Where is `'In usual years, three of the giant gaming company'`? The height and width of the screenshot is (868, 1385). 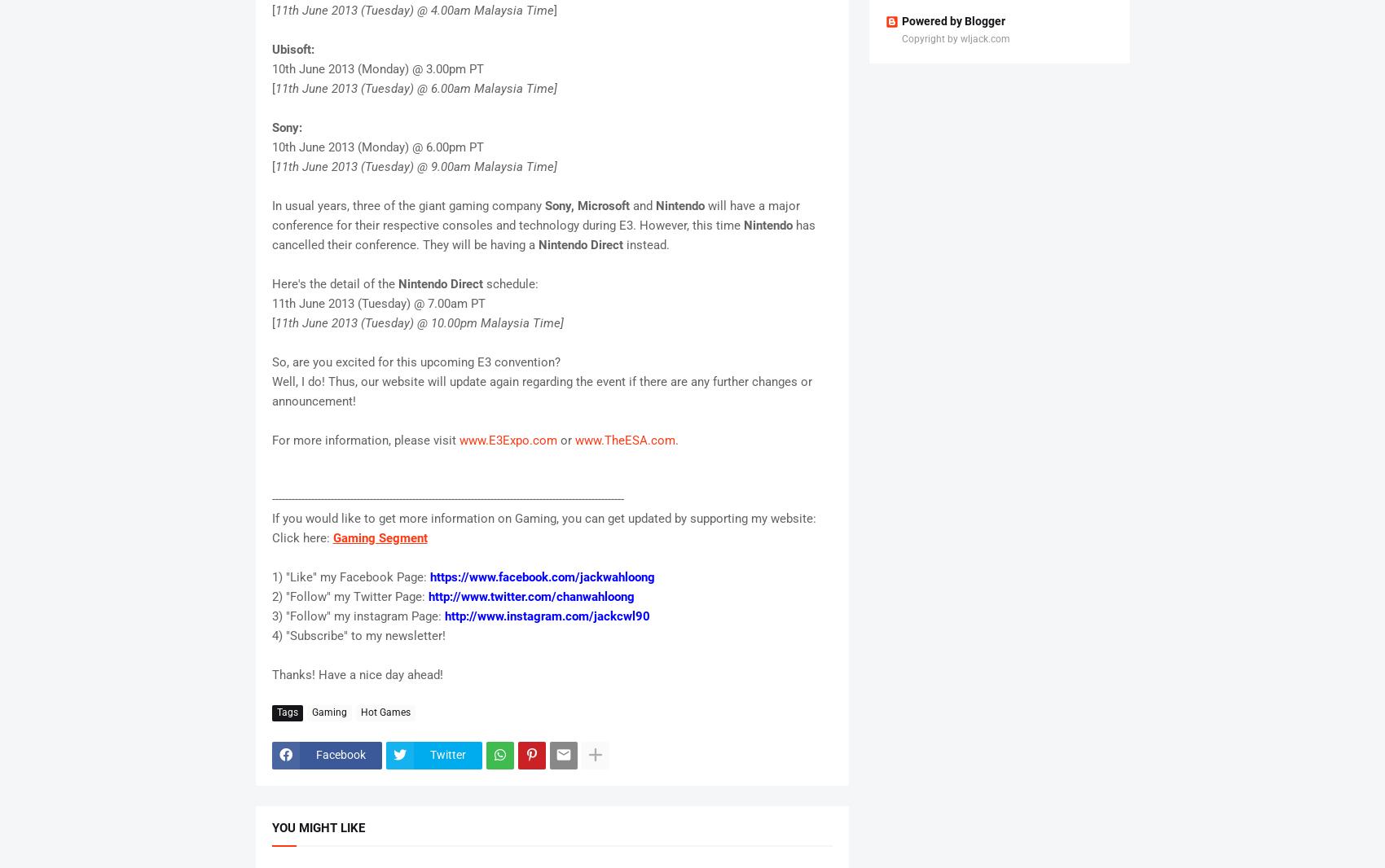
'In usual years, three of the giant gaming company' is located at coordinates (407, 204).